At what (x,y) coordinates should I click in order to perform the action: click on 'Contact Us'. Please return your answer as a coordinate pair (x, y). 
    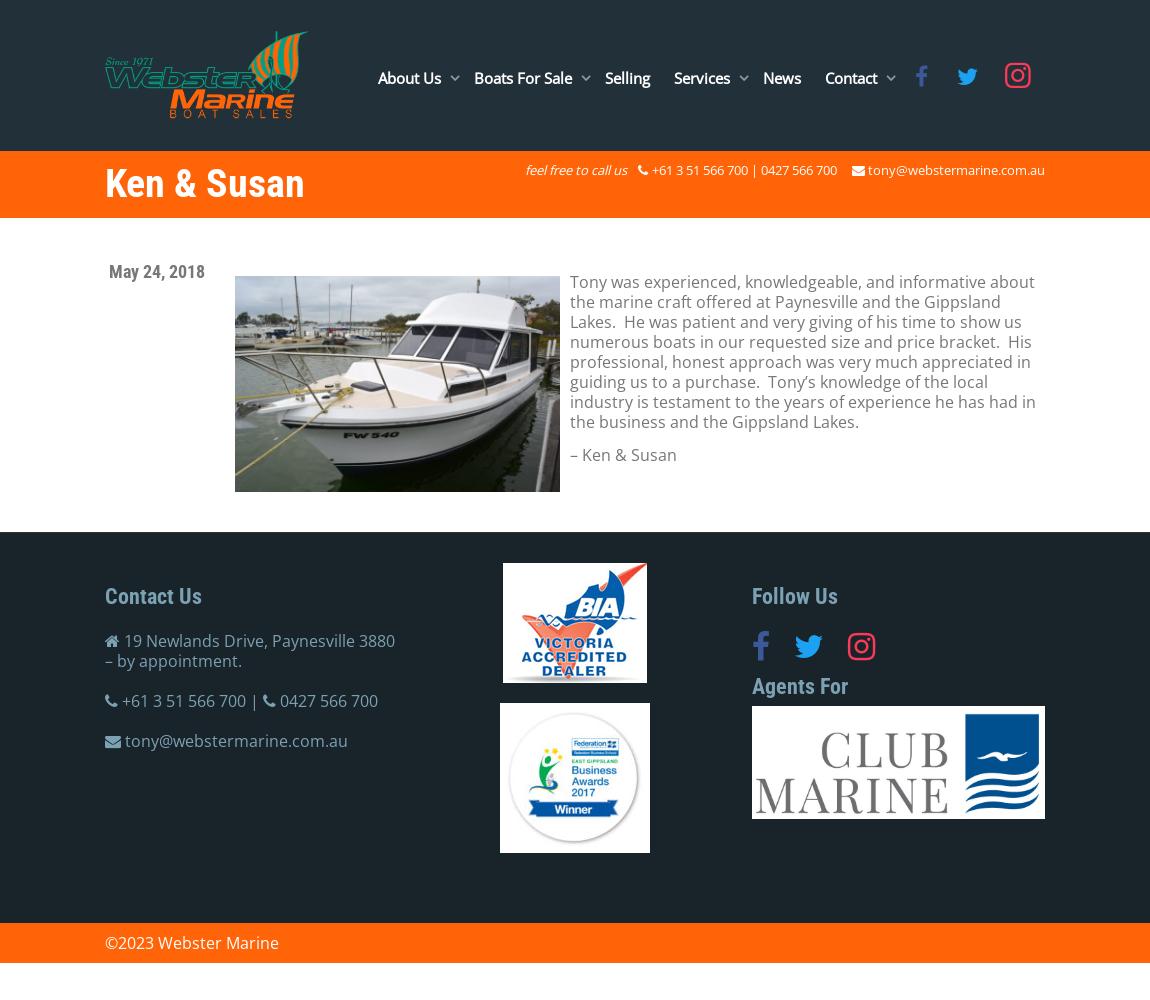
    Looking at the image, I should click on (152, 595).